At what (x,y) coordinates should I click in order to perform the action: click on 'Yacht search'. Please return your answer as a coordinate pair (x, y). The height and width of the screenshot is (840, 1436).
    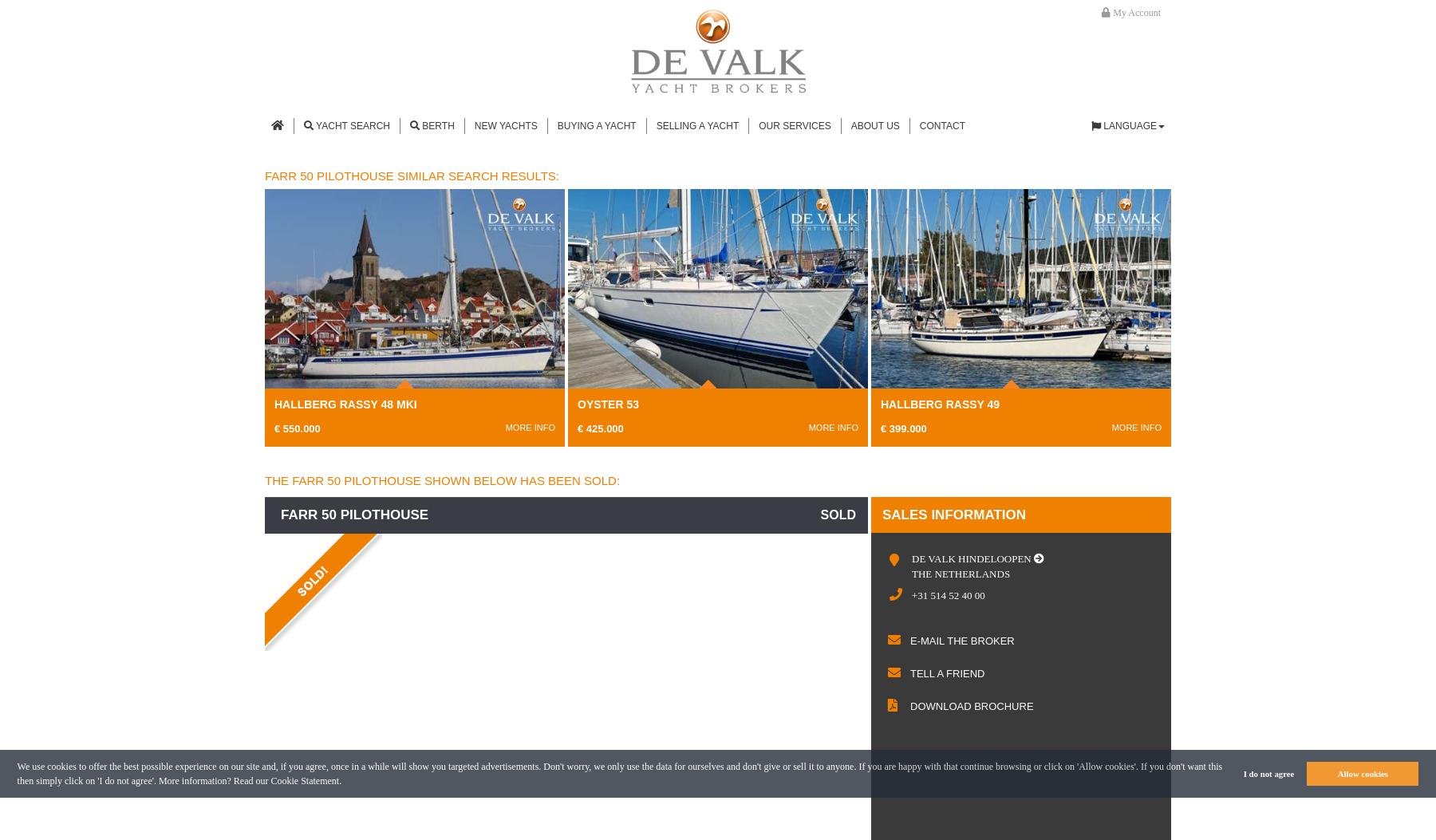
    Looking at the image, I should click on (352, 124).